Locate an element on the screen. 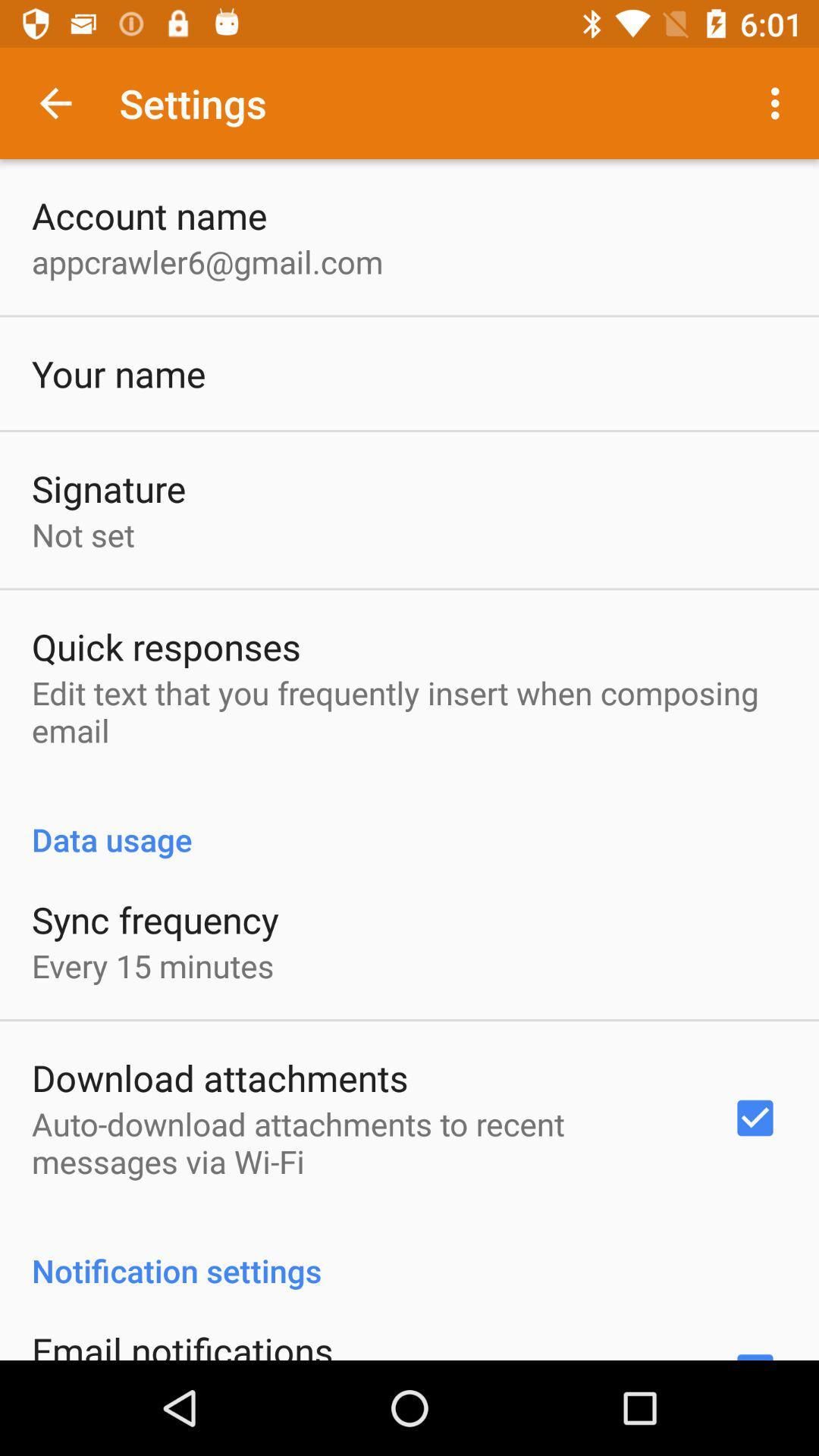 The image size is (819, 1456). the signature app is located at coordinates (108, 488).